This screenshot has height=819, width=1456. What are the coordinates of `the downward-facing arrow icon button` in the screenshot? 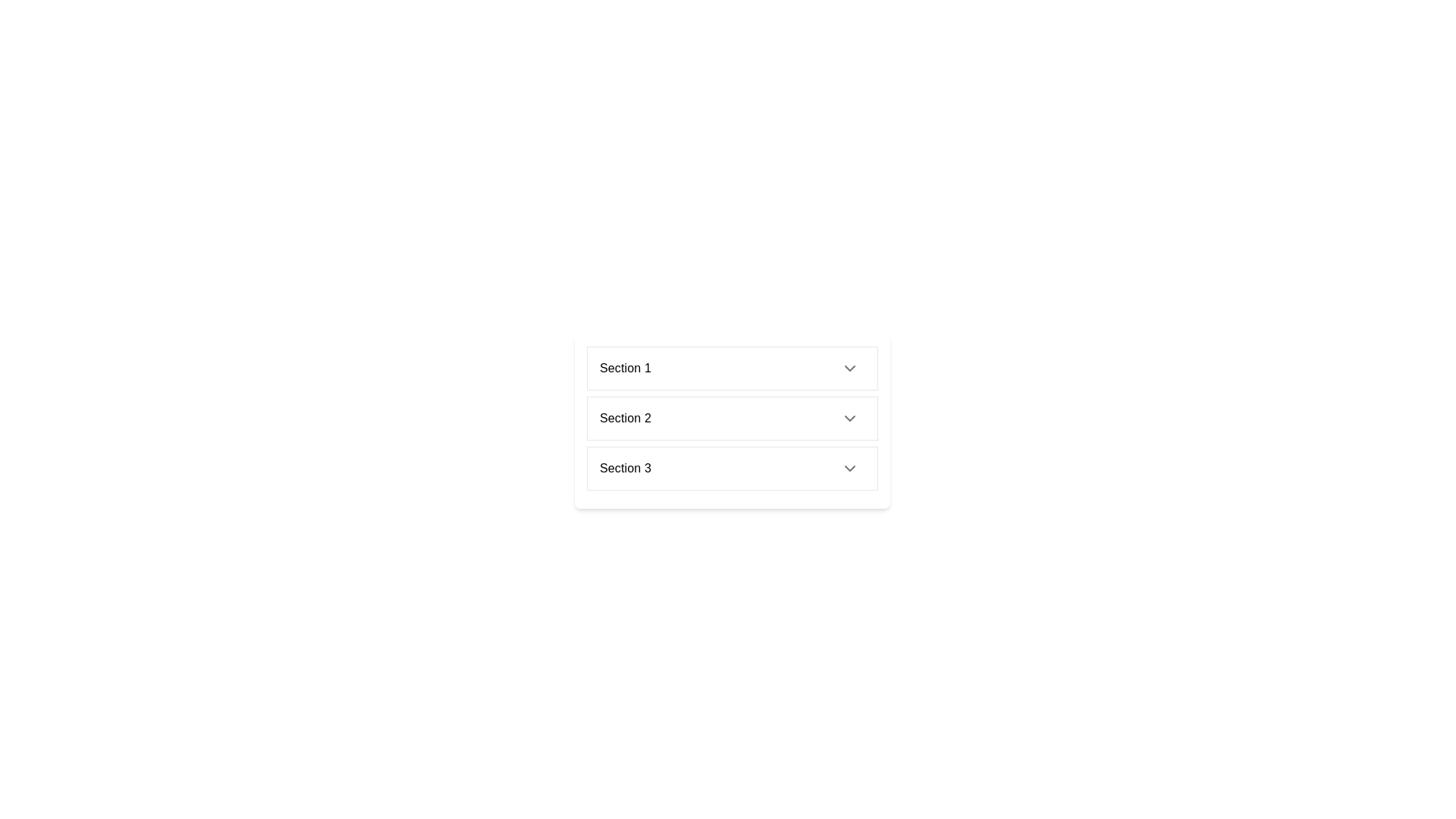 It's located at (850, 418).